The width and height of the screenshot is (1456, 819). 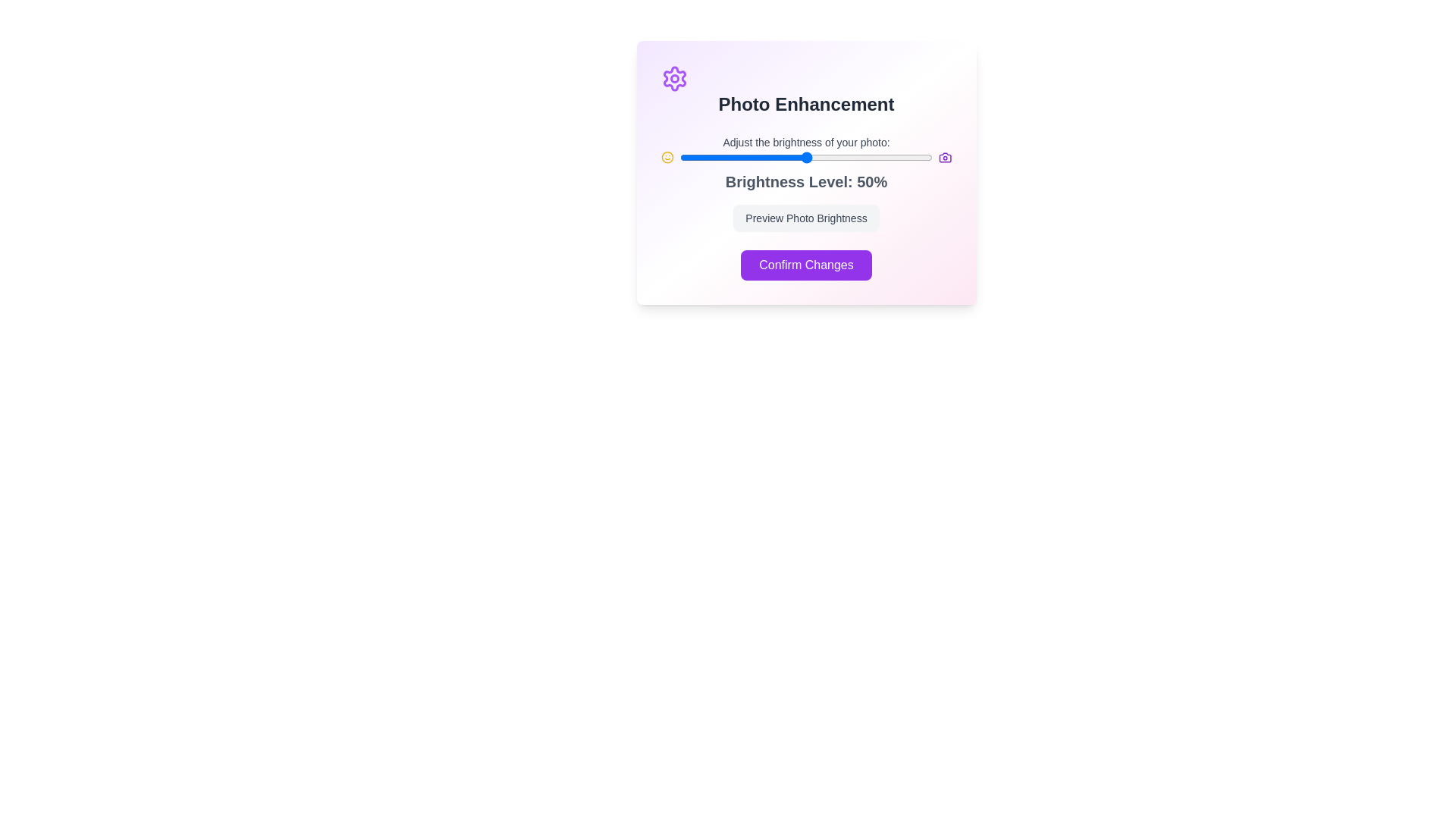 I want to click on the brightness level to 54% by adjusting the slider, so click(x=815, y=158).